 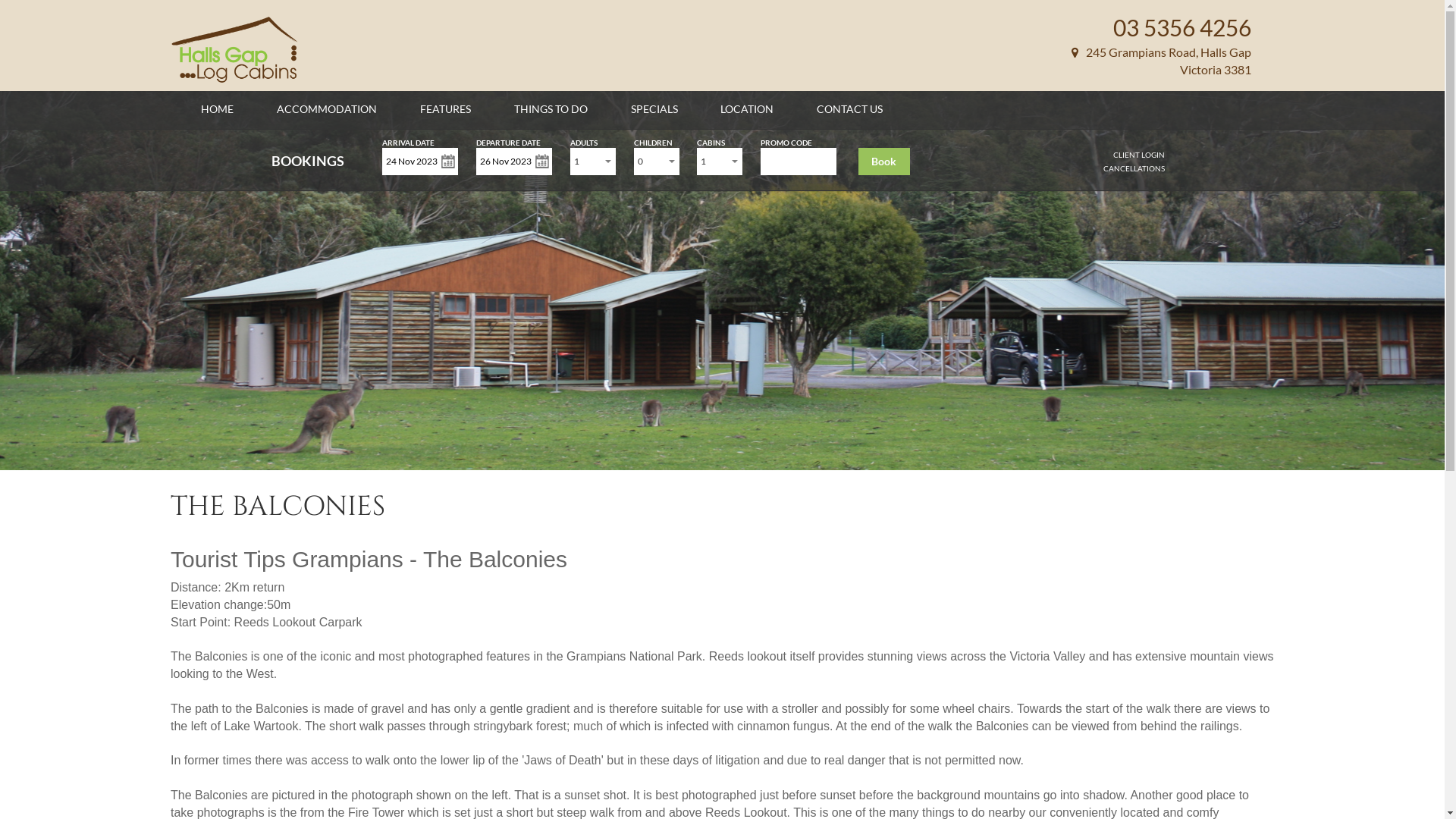 I want to click on 'LOCATION', so click(x=720, y=108).